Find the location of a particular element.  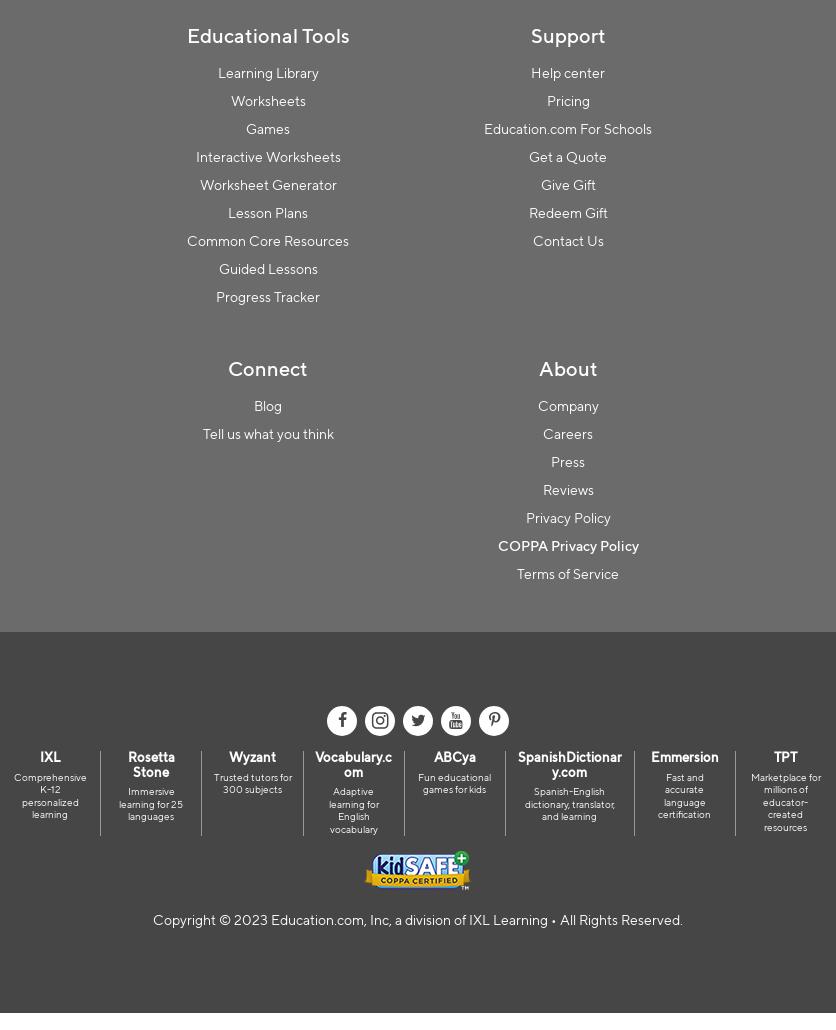

'Educational Tools' is located at coordinates (267, 34).